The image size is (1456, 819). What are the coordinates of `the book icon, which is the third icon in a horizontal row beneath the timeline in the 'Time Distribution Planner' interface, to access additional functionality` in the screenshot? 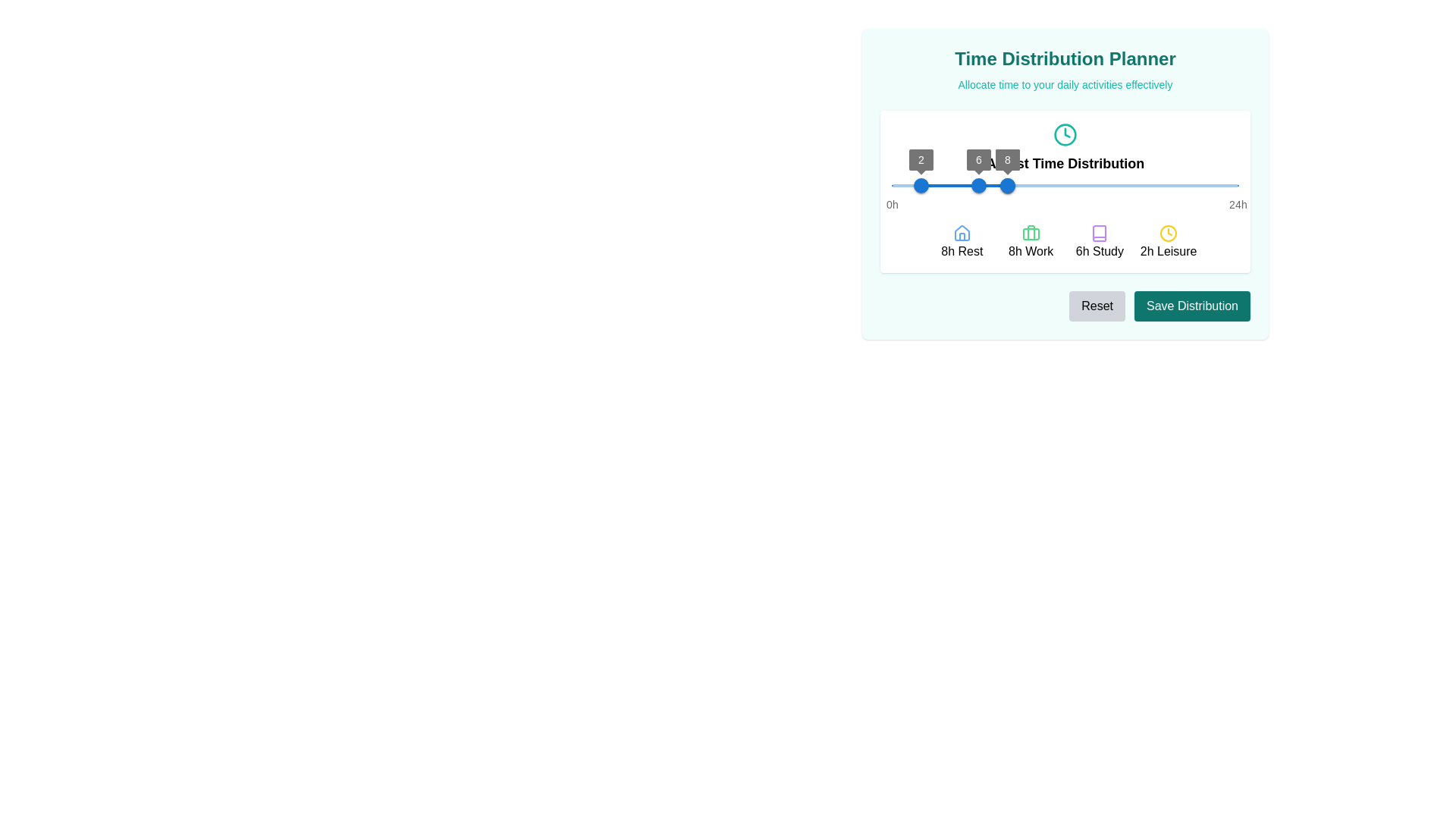 It's located at (1099, 234).